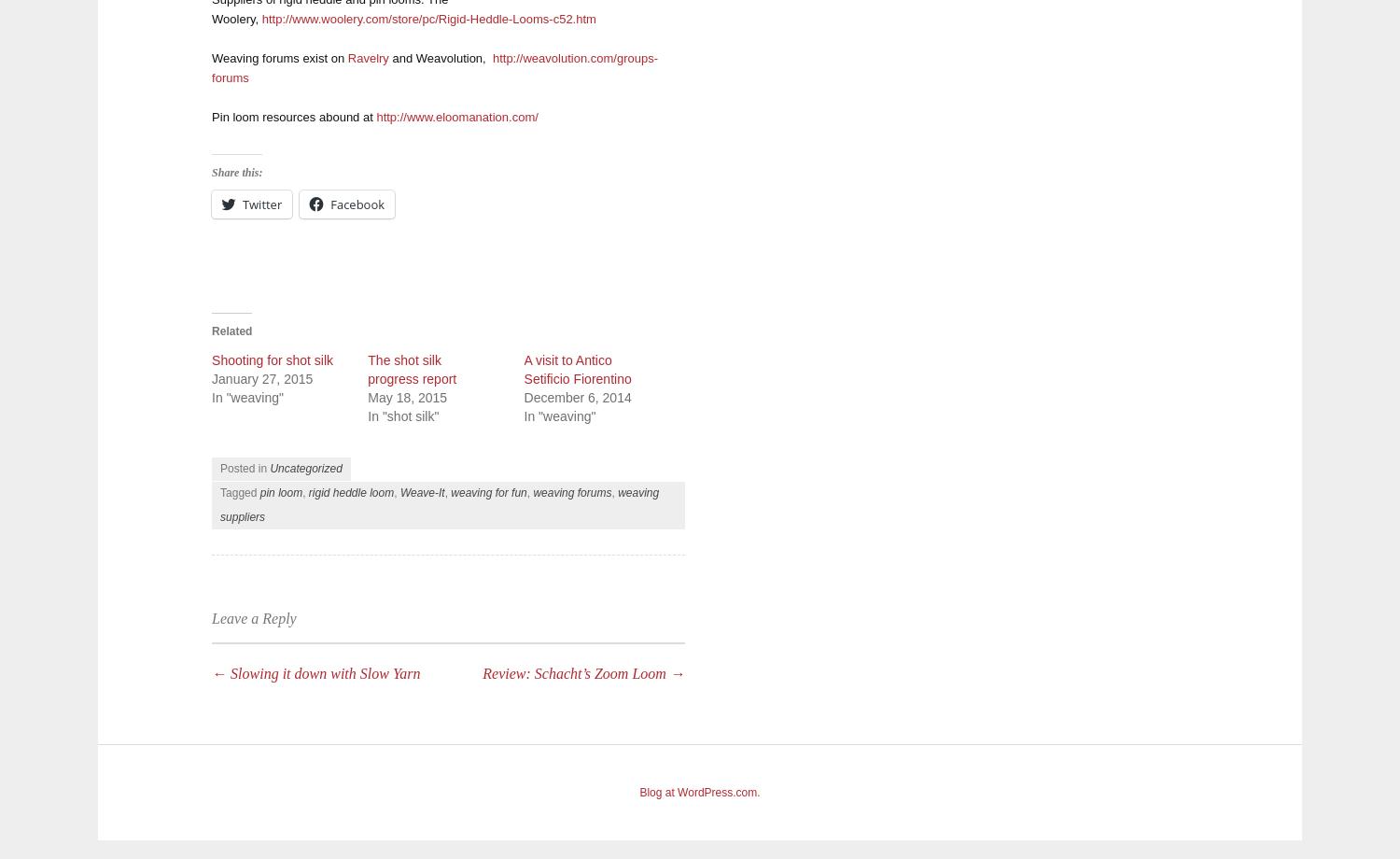  What do you see at coordinates (455, 116) in the screenshot?
I see `'http://www.eloomanation.com/'` at bounding box center [455, 116].